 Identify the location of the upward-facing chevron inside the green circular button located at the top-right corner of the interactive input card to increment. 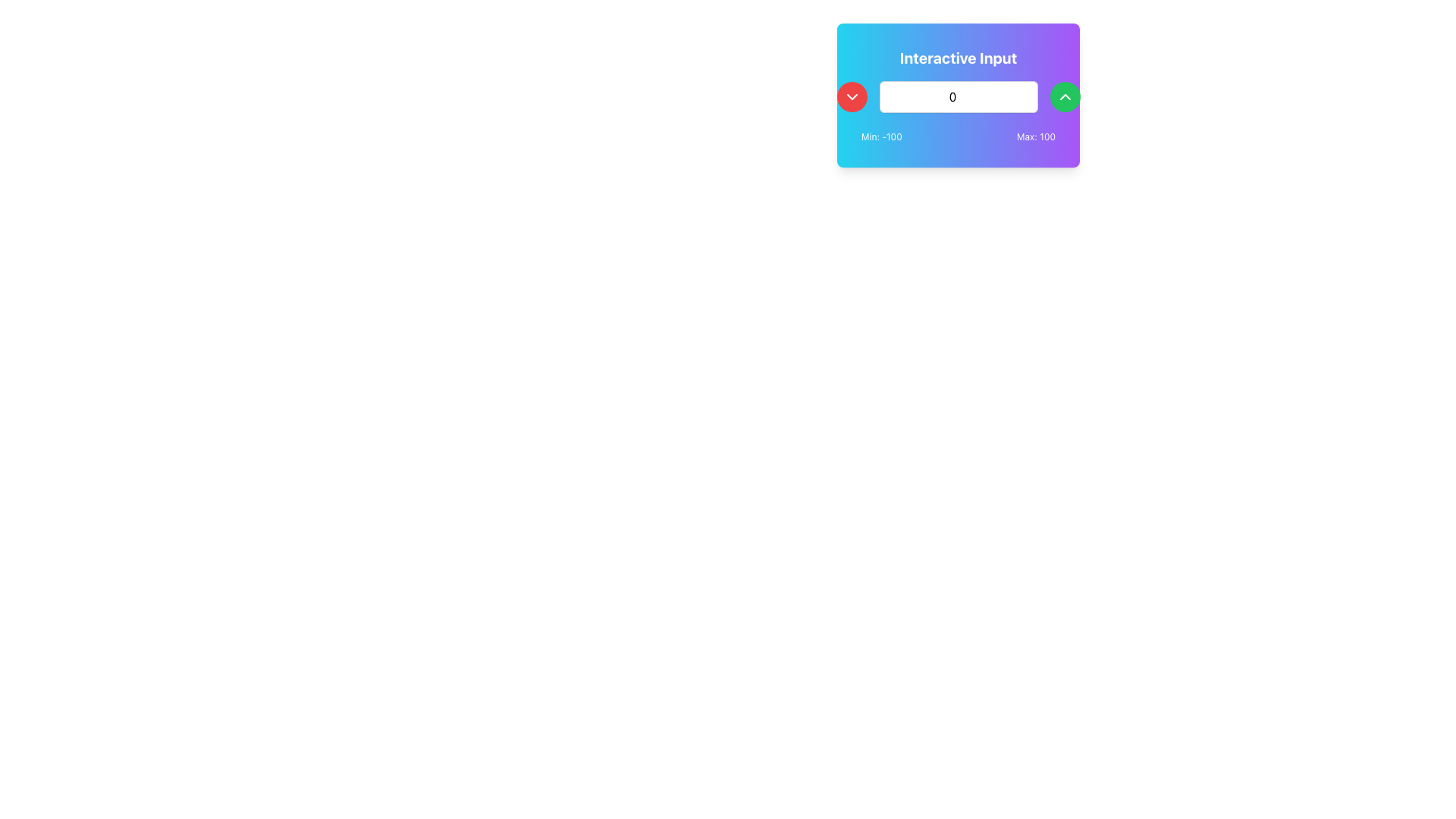
(1064, 96).